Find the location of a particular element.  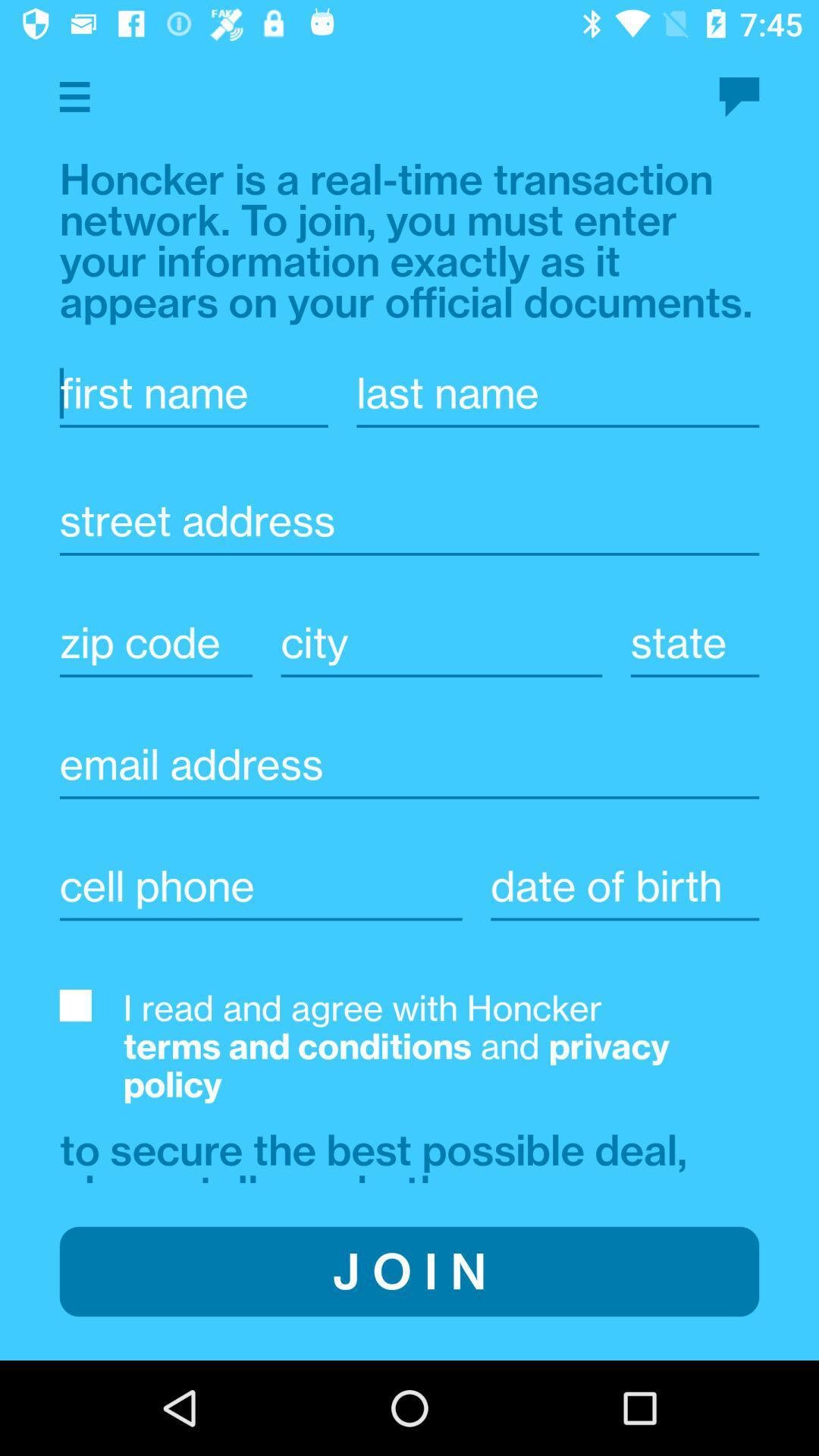

open chat is located at coordinates (739, 96).